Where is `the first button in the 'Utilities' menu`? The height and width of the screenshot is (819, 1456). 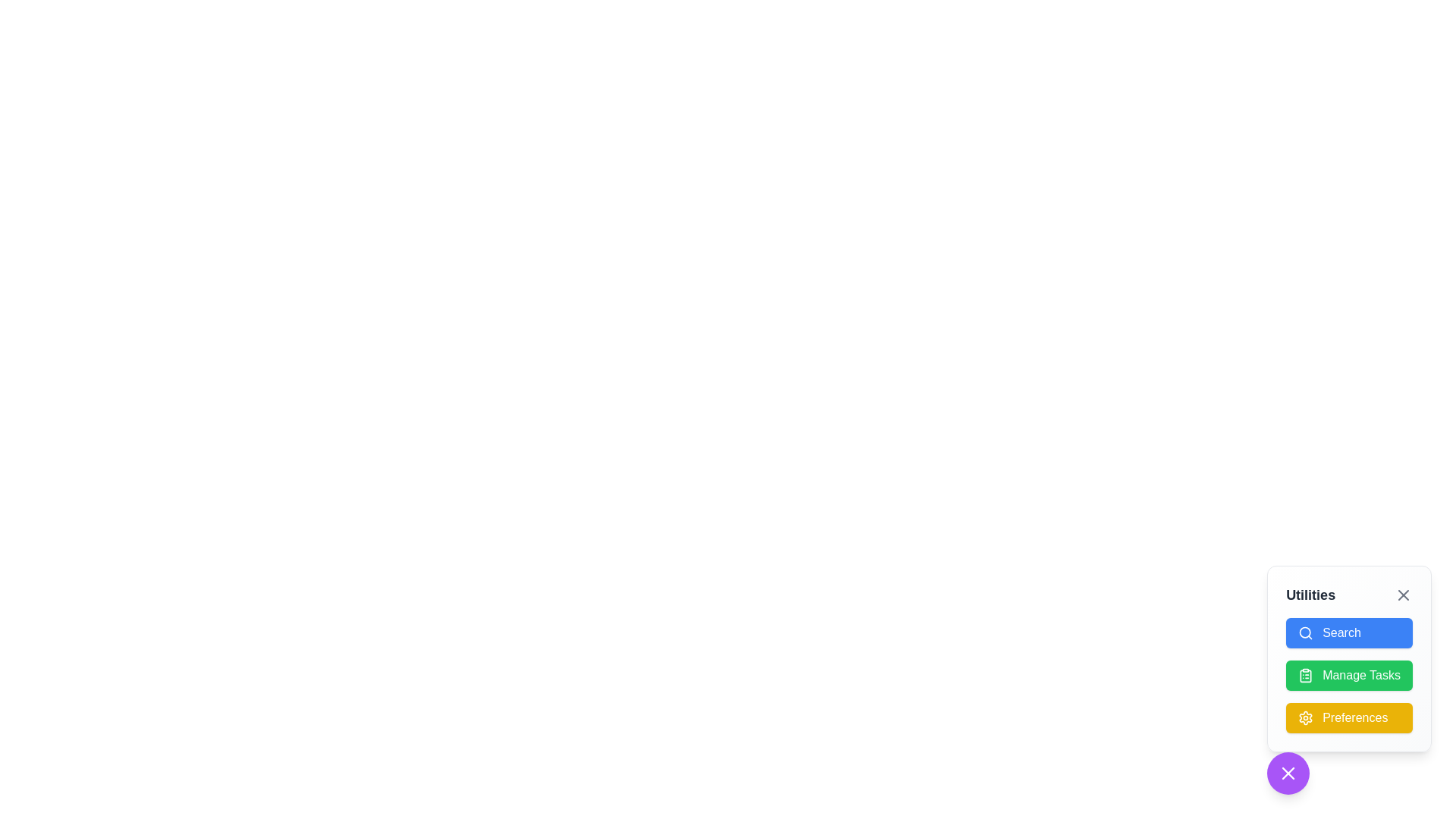
the first button in the 'Utilities' menu is located at coordinates (1349, 632).